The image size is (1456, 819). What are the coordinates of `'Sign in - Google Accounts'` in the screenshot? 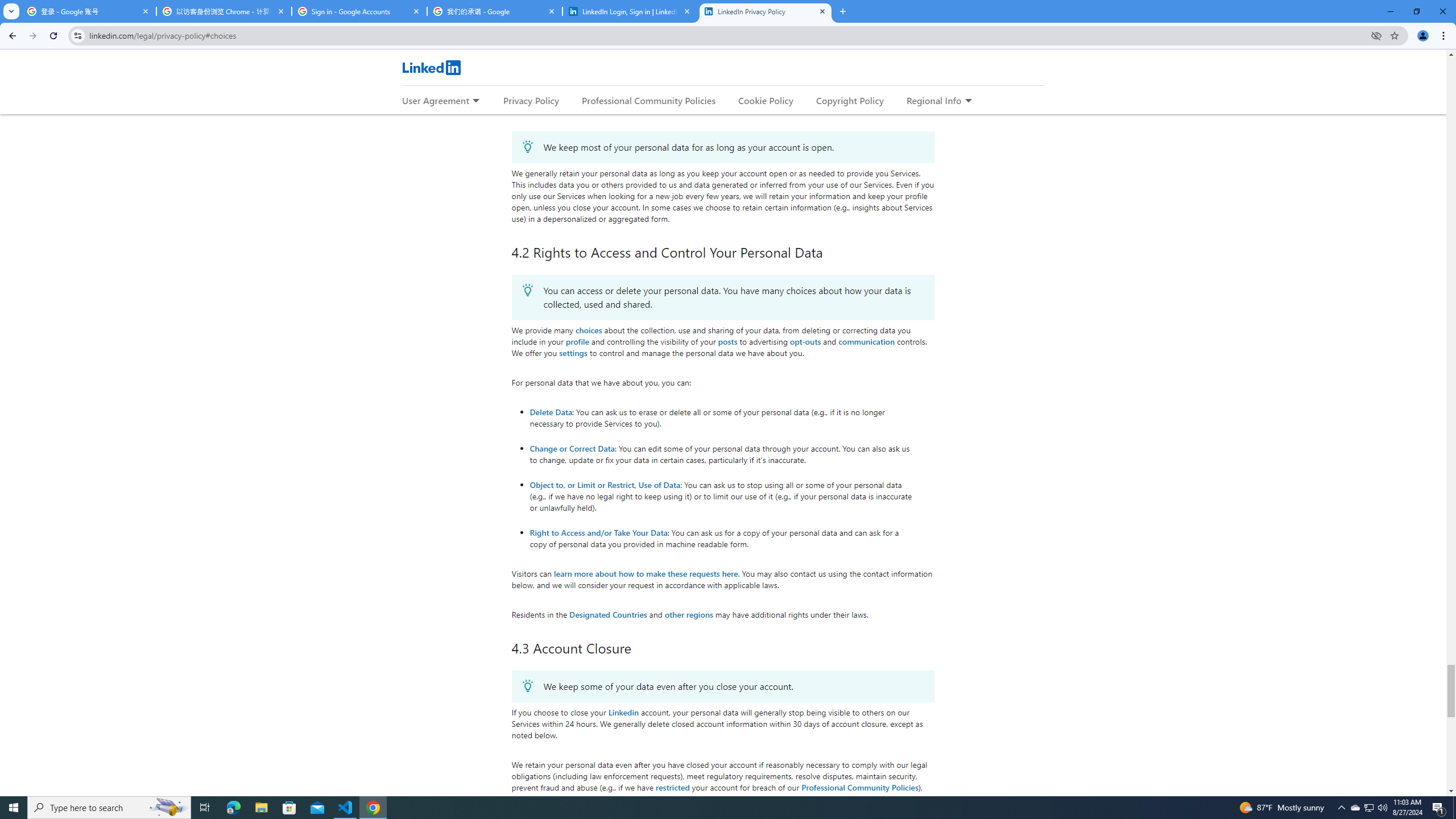 It's located at (359, 11).